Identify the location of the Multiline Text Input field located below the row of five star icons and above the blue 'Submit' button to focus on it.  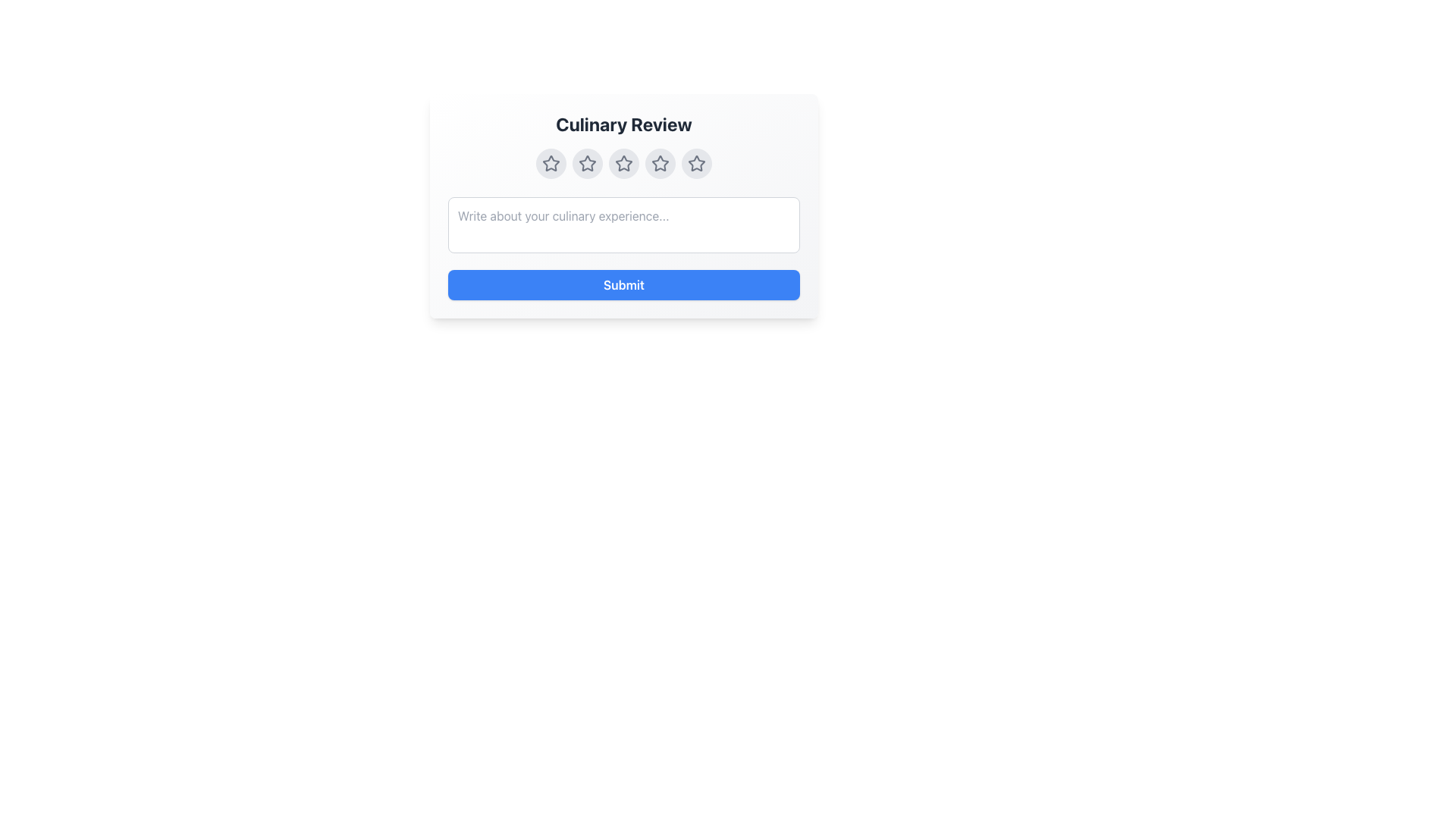
(623, 225).